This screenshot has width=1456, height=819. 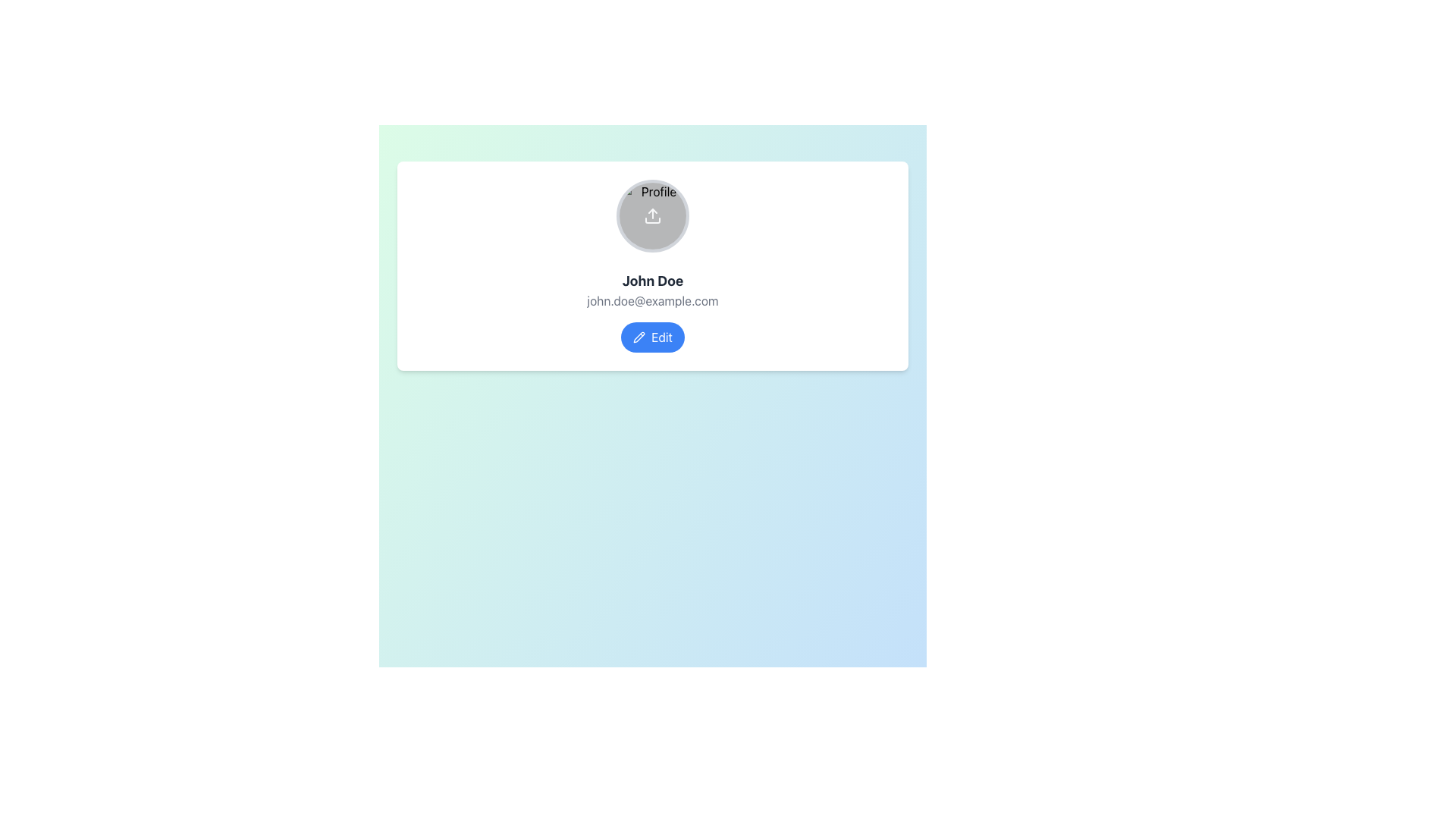 I want to click on or copy the email address text snippet 'john.doe@example.com' displayed in gray font color, which is located beneath the name label 'John Doe' and above the 'Edit' button on the profile card, so click(x=652, y=301).